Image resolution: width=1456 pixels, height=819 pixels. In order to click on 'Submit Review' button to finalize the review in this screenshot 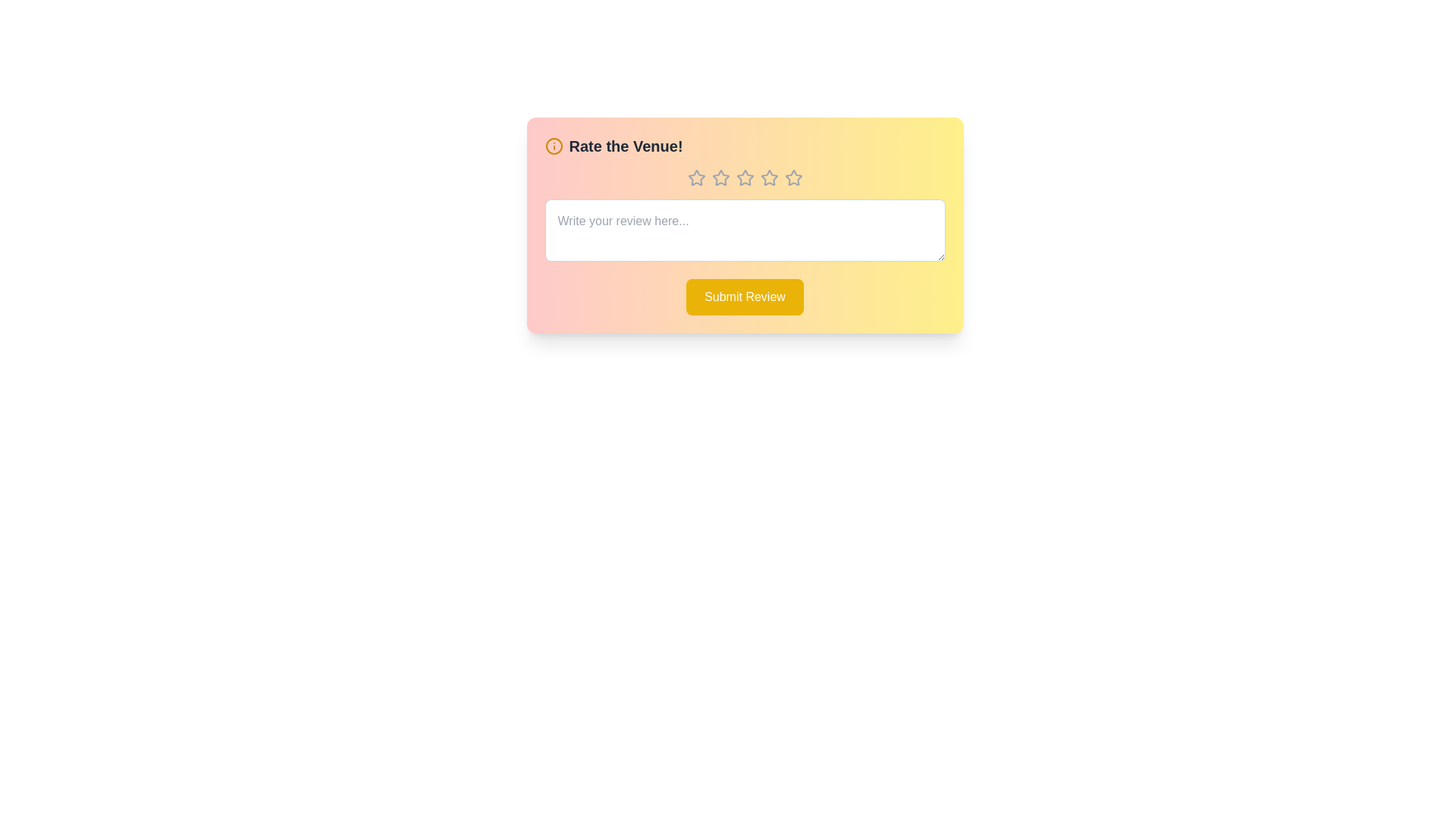, I will do `click(745, 297)`.